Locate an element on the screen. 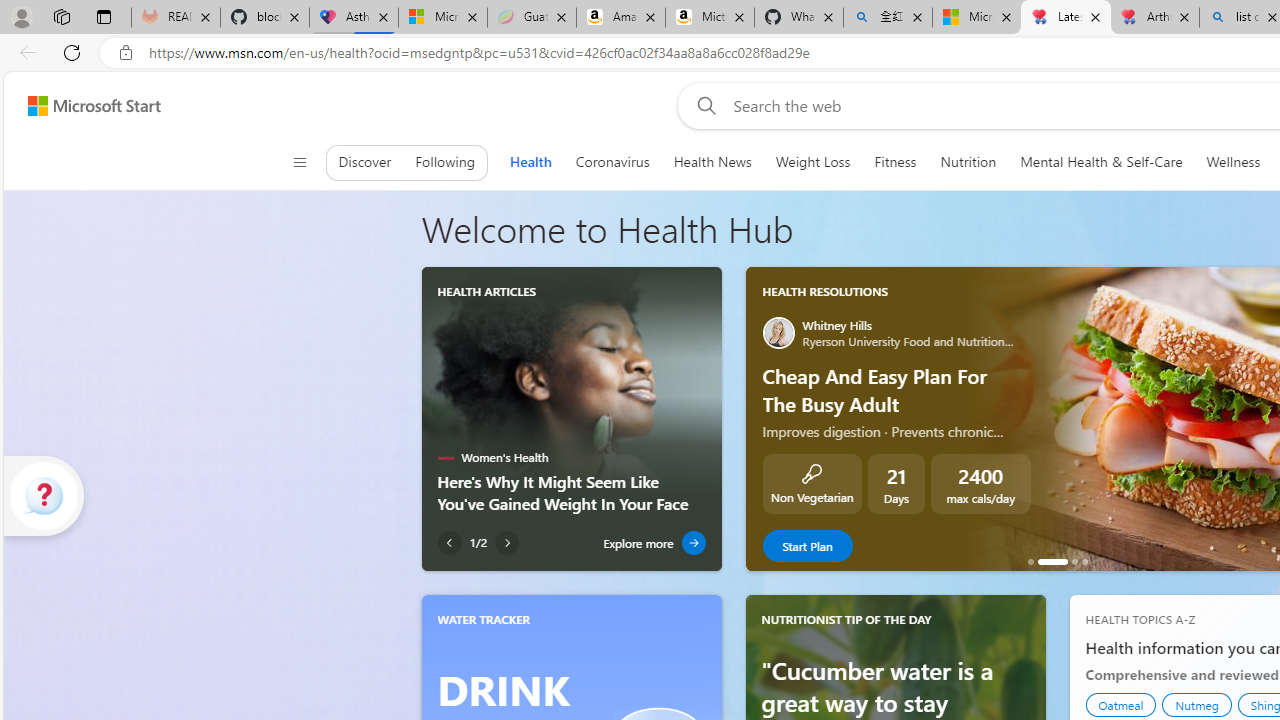  'HEALTH ARTICLES' is located at coordinates (487, 291).